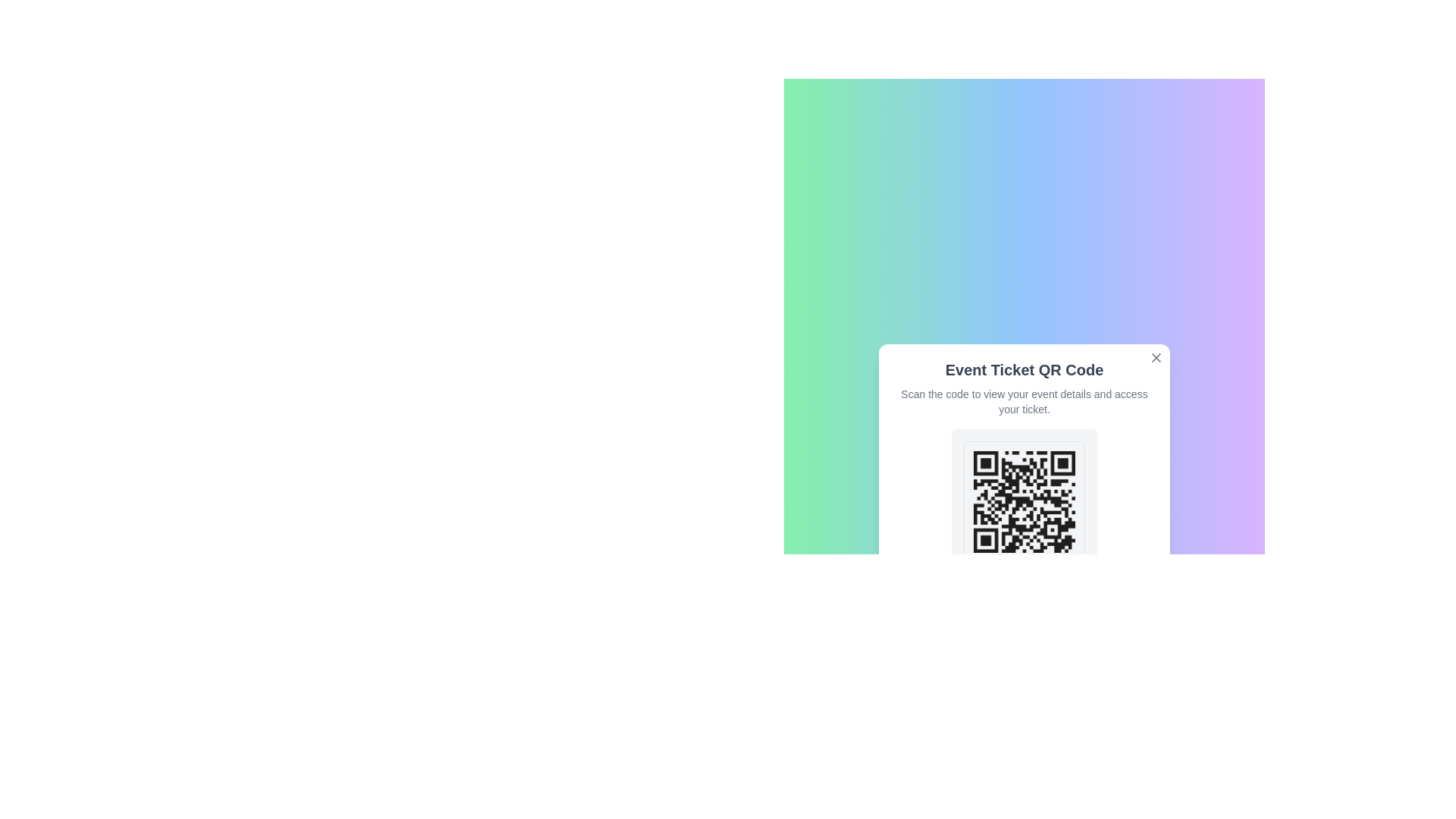 The height and width of the screenshot is (819, 1456). What do you see at coordinates (1156, 357) in the screenshot?
I see `the close button located in the top-right corner of the modal window adjacent to the title 'Event Ticket QR Code' to change its color tone` at bounding box center [1156, 357].